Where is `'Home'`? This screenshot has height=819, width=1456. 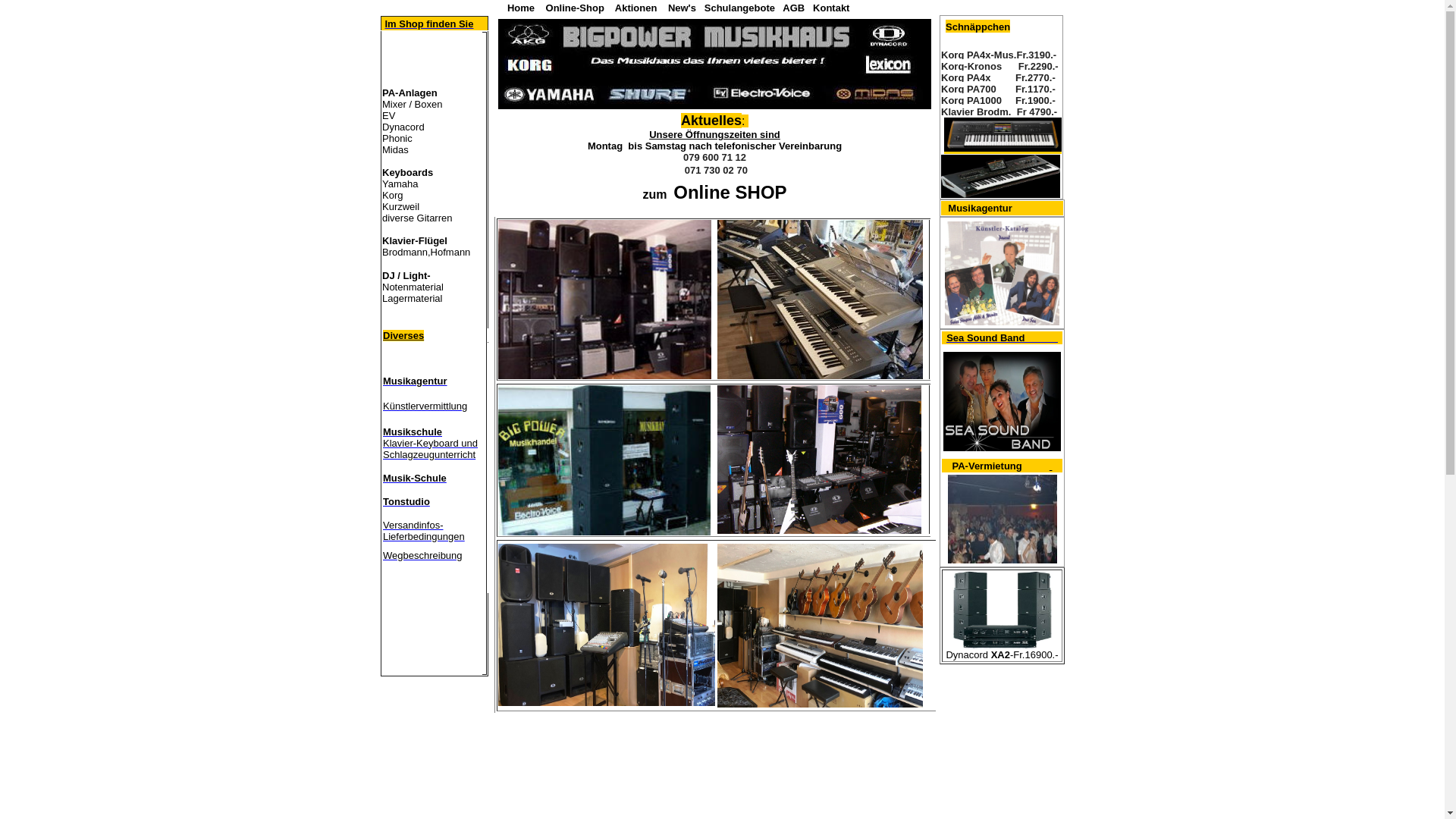 'Home' is located at coordinates (520, 7).